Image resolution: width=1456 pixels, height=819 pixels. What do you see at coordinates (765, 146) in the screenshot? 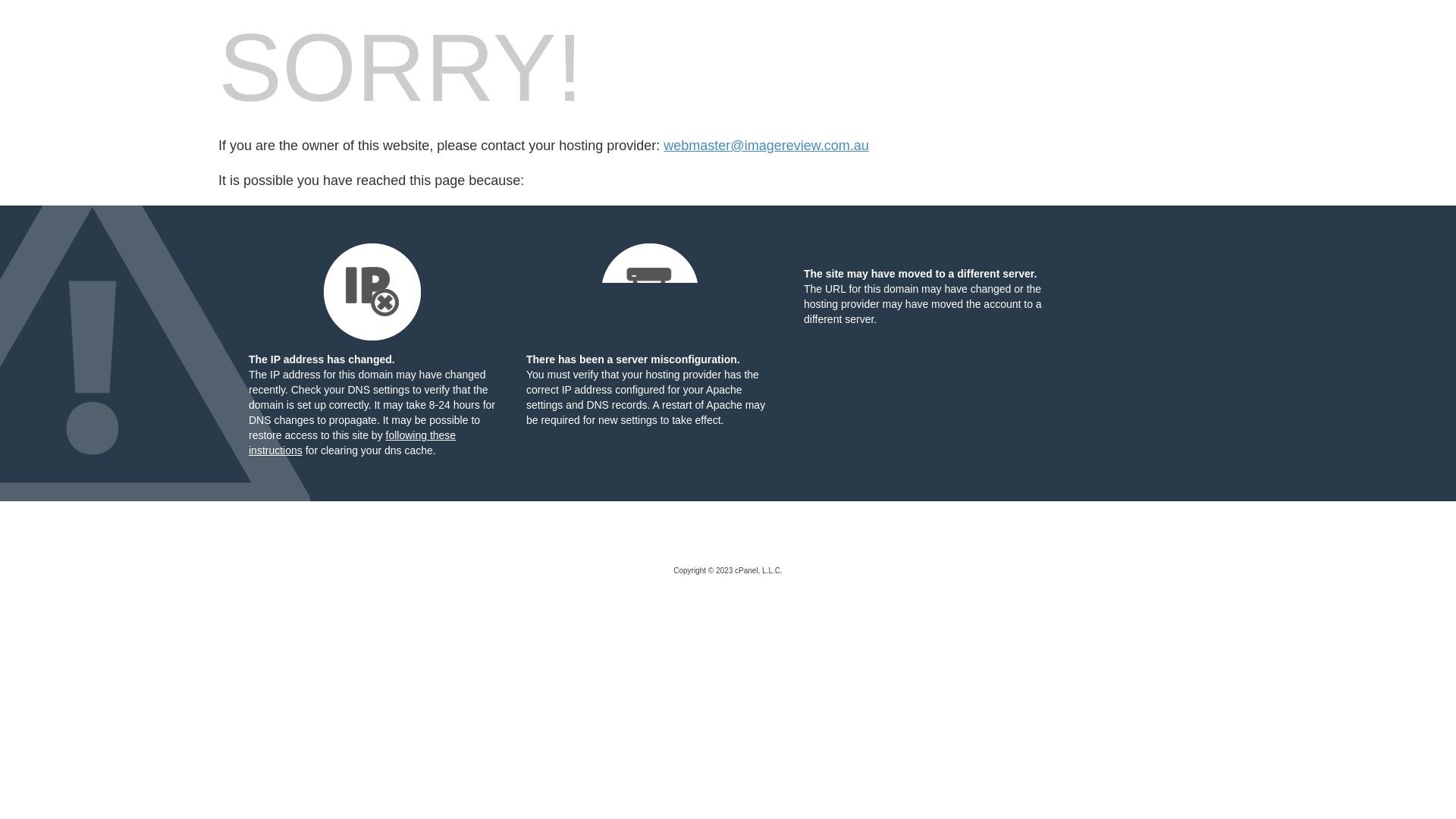
I see `'webmaster@imagereview.com.au'` at bounding box center [765, 146].